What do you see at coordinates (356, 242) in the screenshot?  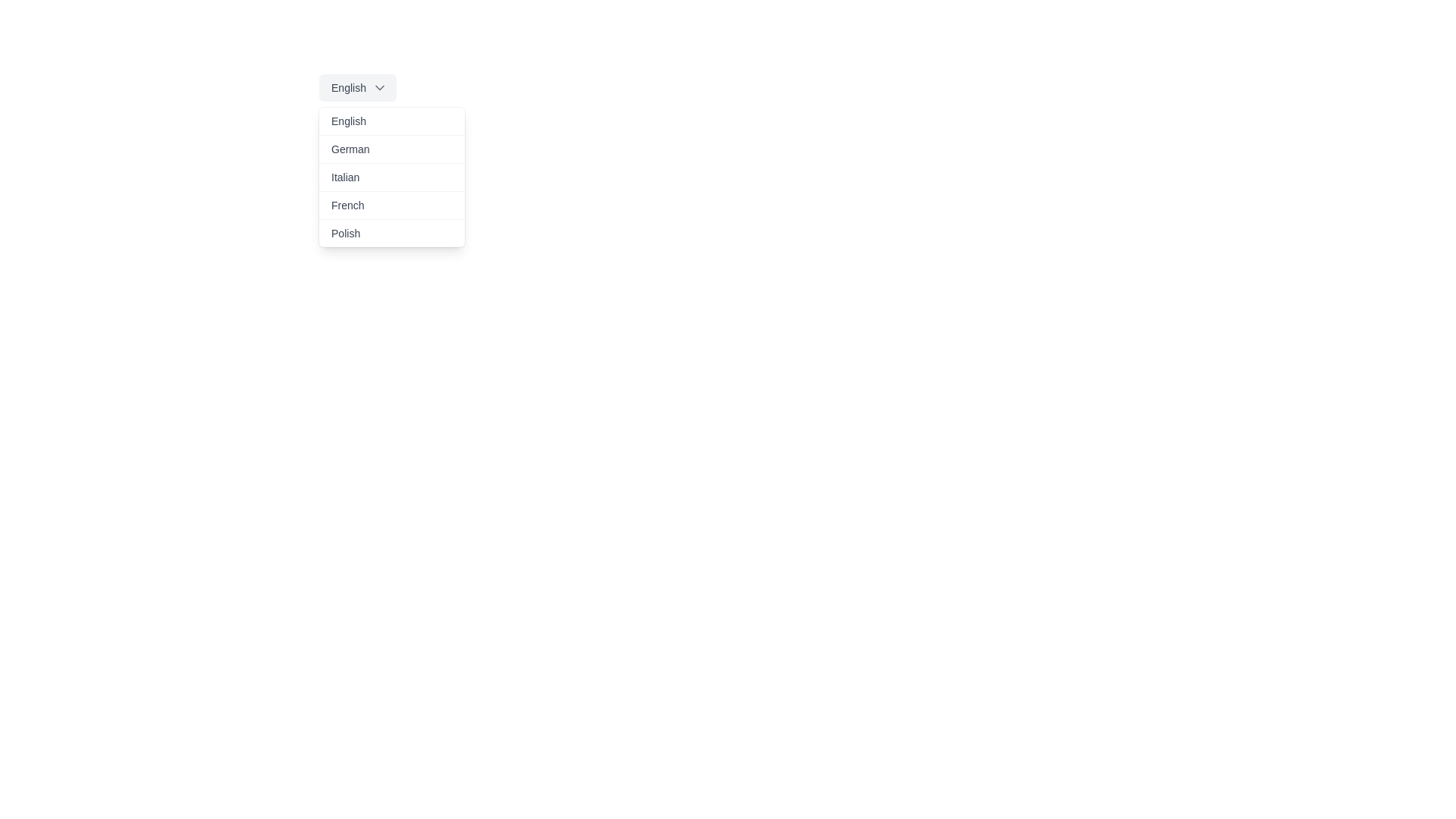 I see `the 'Polish' language option in the dropdown list` at bounding box center [356, 242].